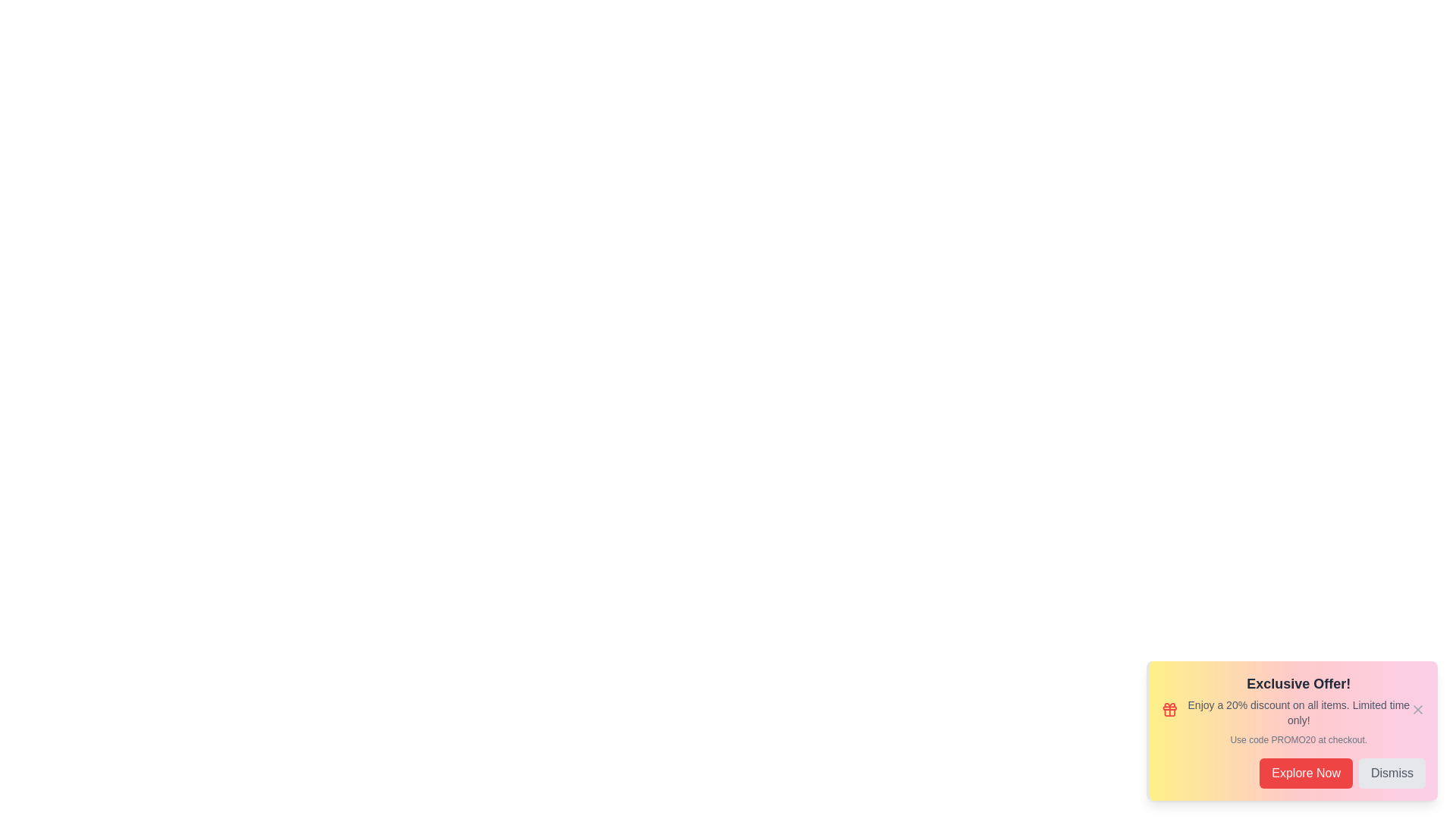 This screenshot has height=819, width=1456. Describe the element at coordinates (1392, 773) in the screenshot. I see `the 'Dismiss' button to hide the promotion alert` at that location.